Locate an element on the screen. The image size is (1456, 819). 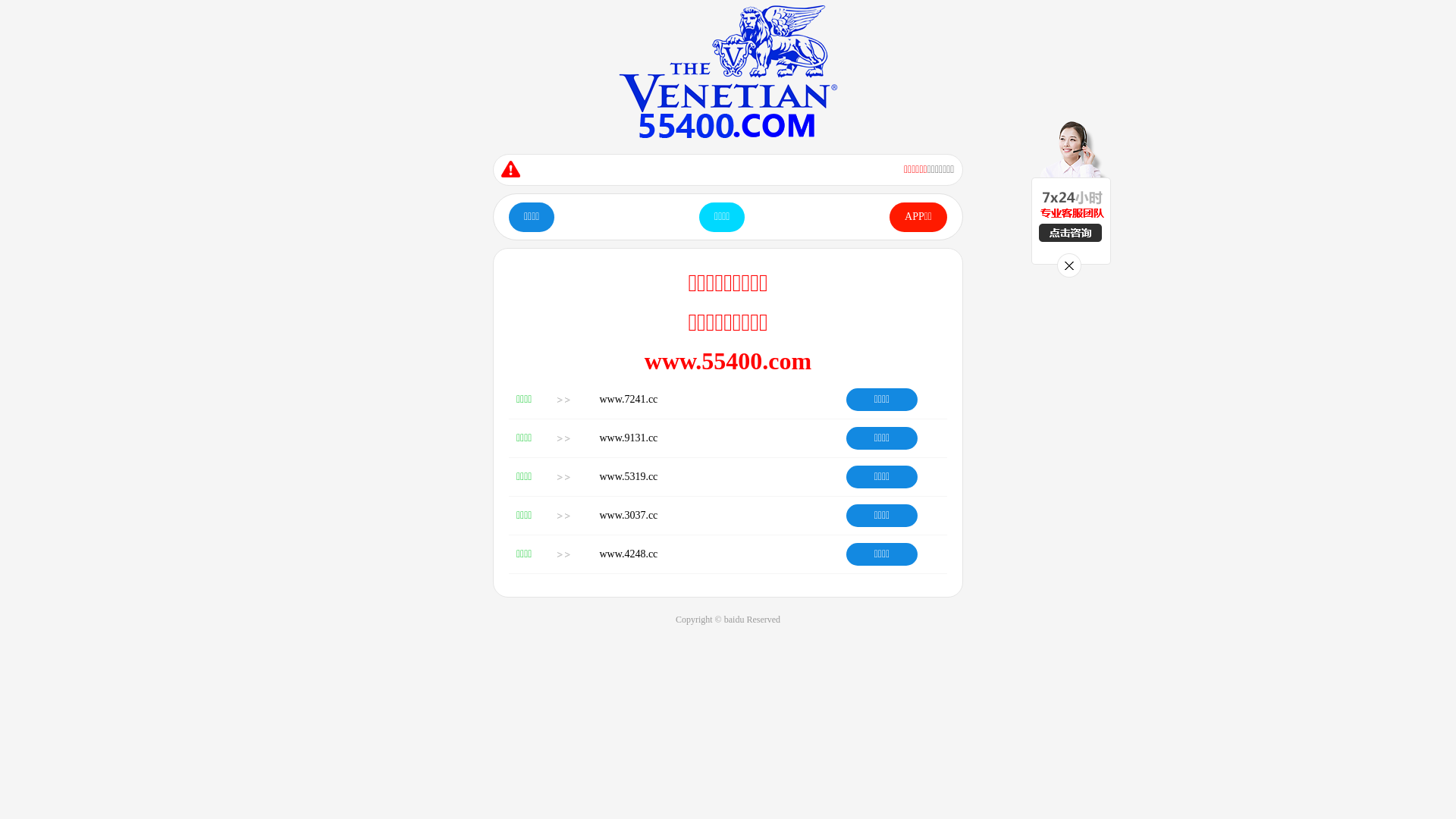
'www.5319.cc' is located at coordinates (628, 475).